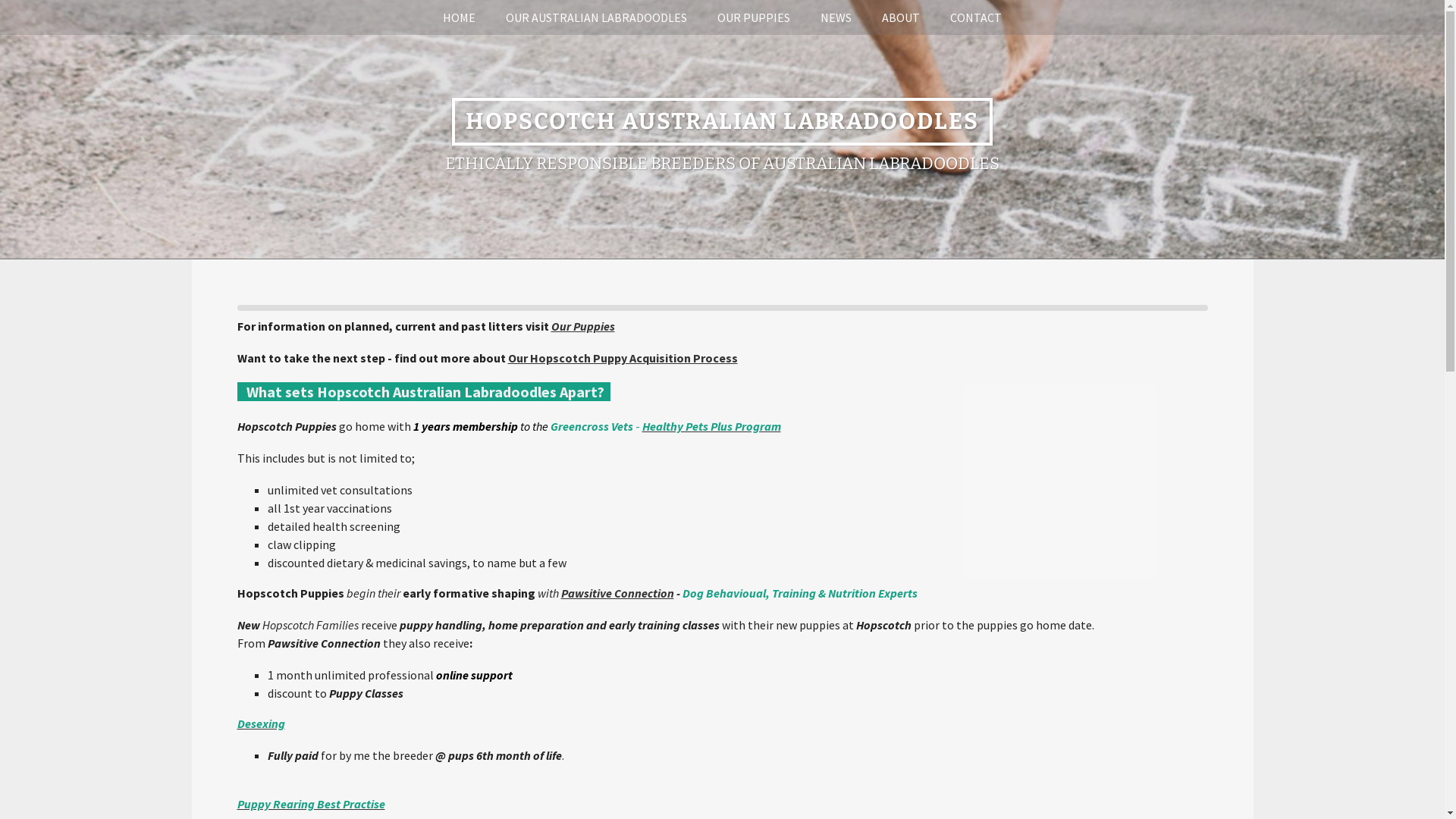  Describe the element at coordinates (236, 722) in the screenshot. I see `'Desexing'` at that location.